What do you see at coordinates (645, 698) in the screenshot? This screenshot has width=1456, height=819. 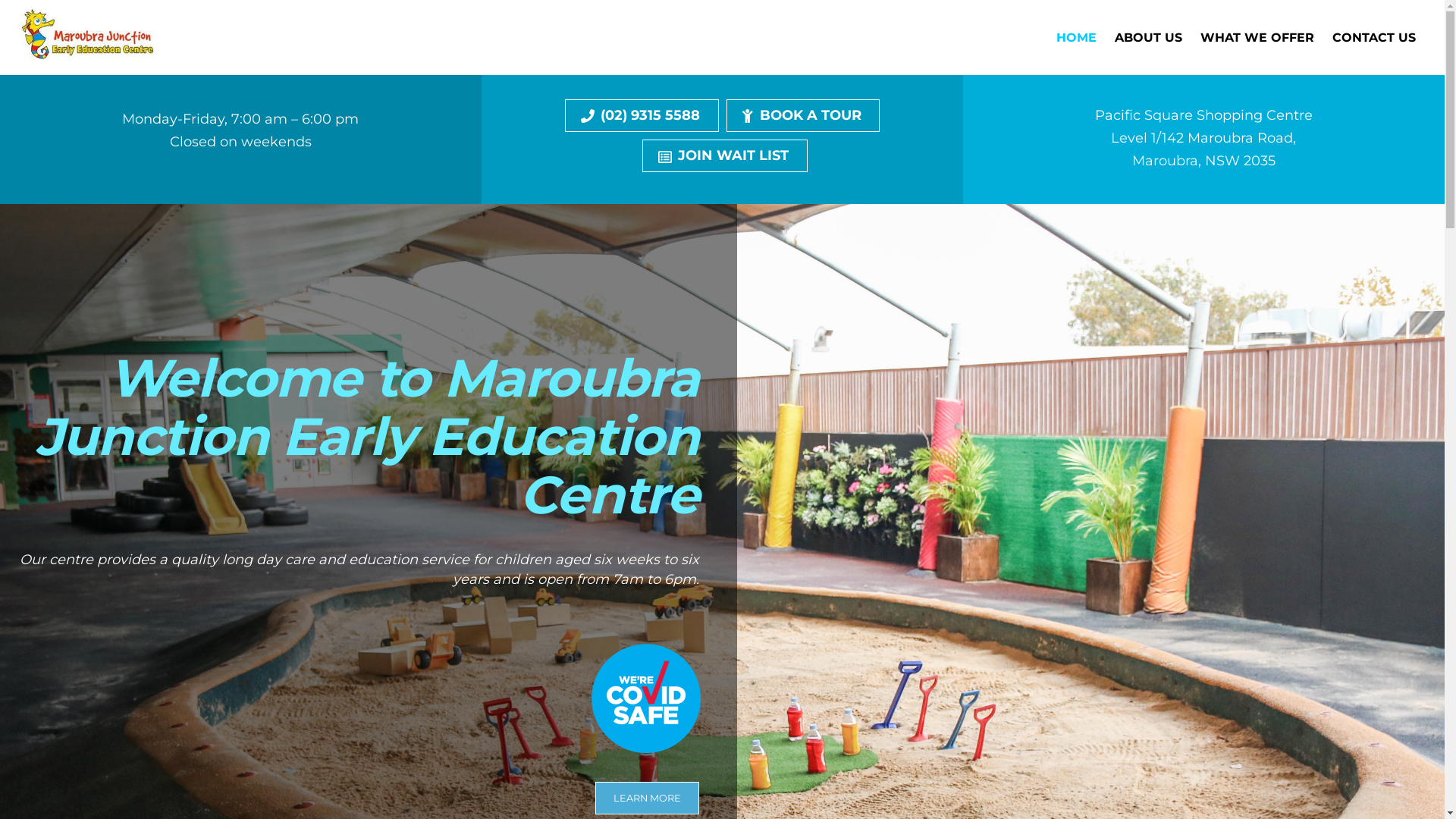 I see `'COVID_Safe_Badge_Digital'` at bounding box center [645, 698].